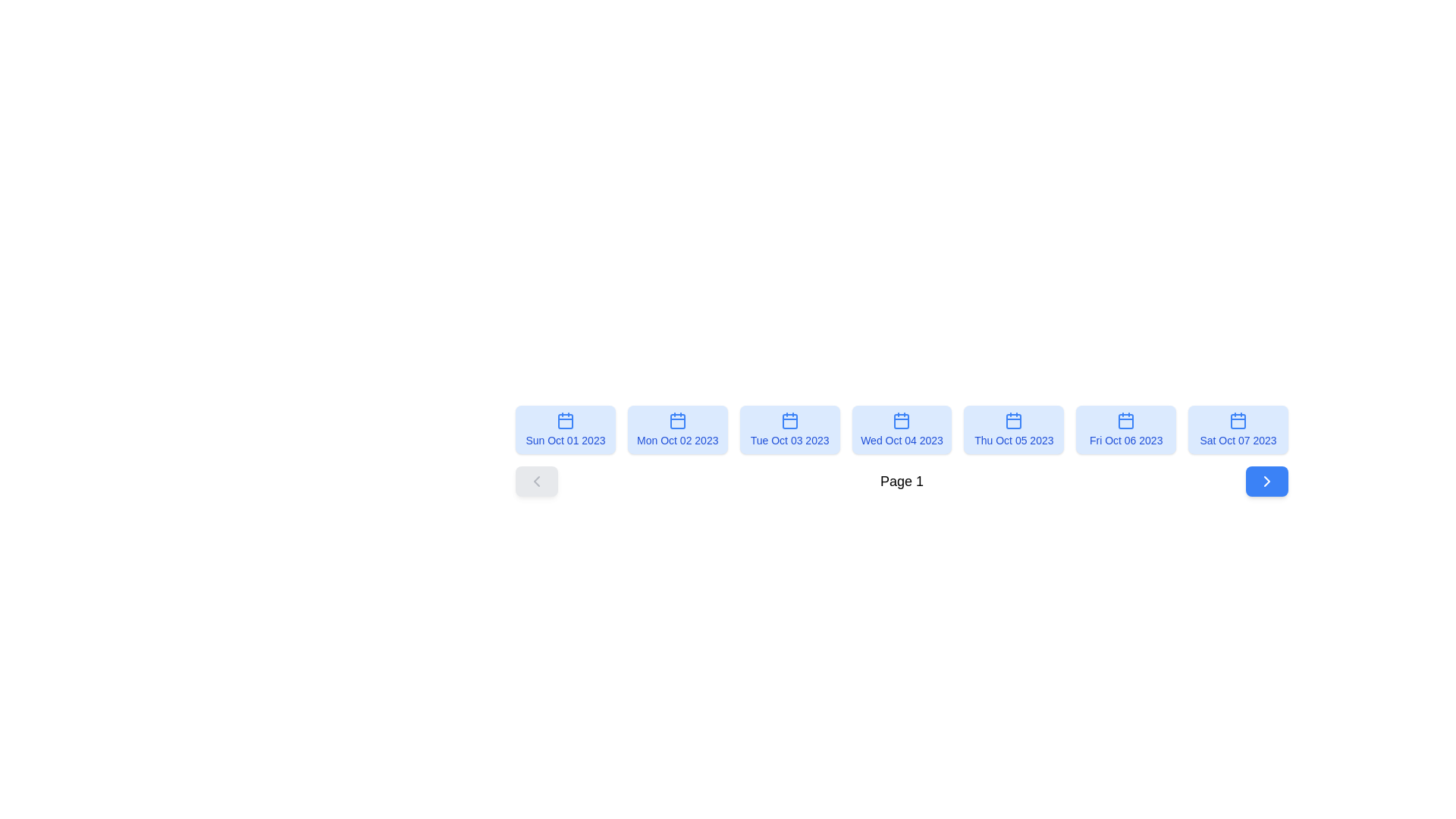  What do you see at coordinates (1014, 430) in the screenshot?
I see `the Card representing Thursday, October 5th, 2023 in the calendar view` at bounding box center [1014, 430].